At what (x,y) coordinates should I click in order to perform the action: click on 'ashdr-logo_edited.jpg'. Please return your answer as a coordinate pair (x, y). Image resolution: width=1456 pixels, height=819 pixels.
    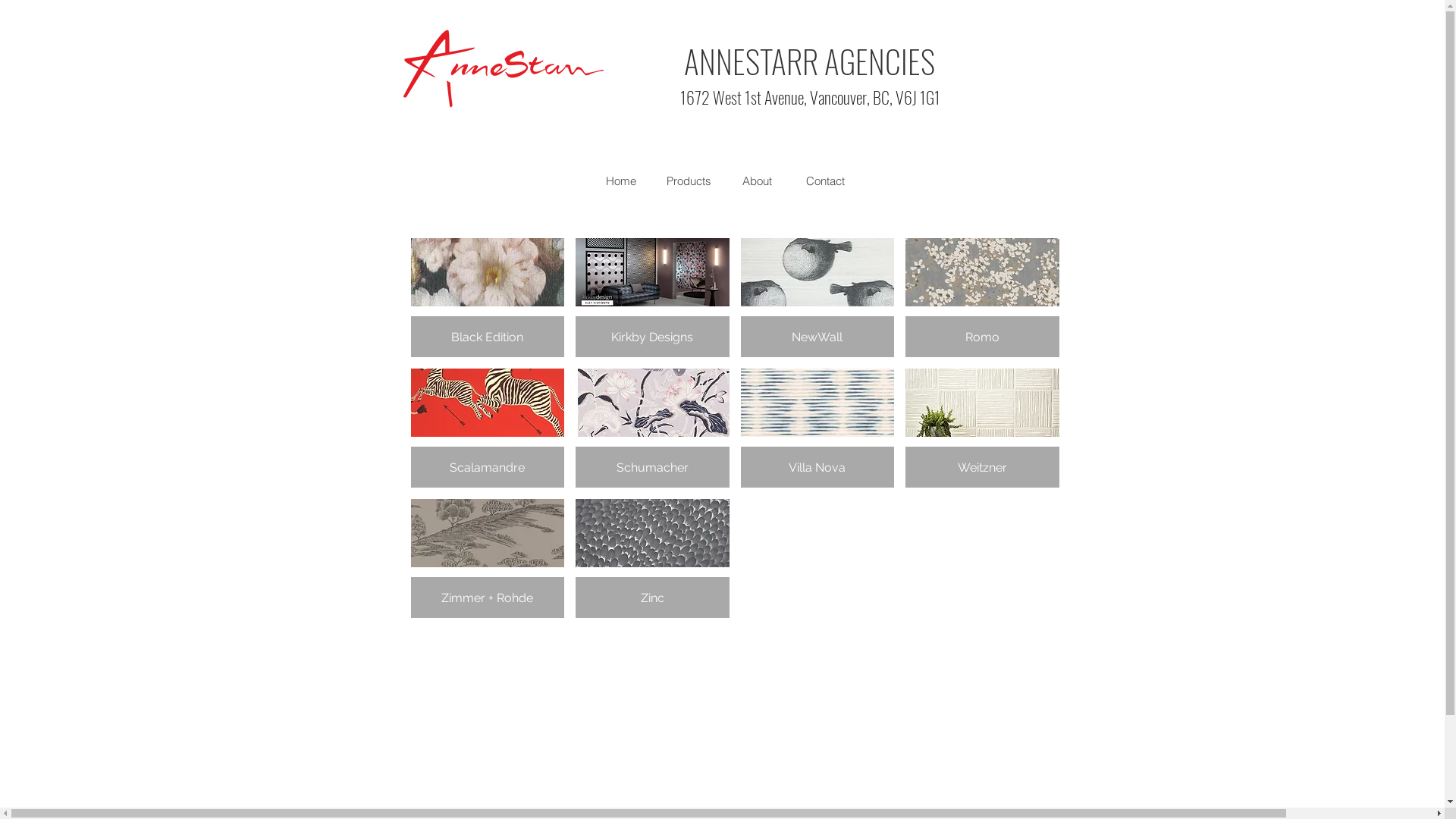
    Looking at the image, I should click on (503, 68).